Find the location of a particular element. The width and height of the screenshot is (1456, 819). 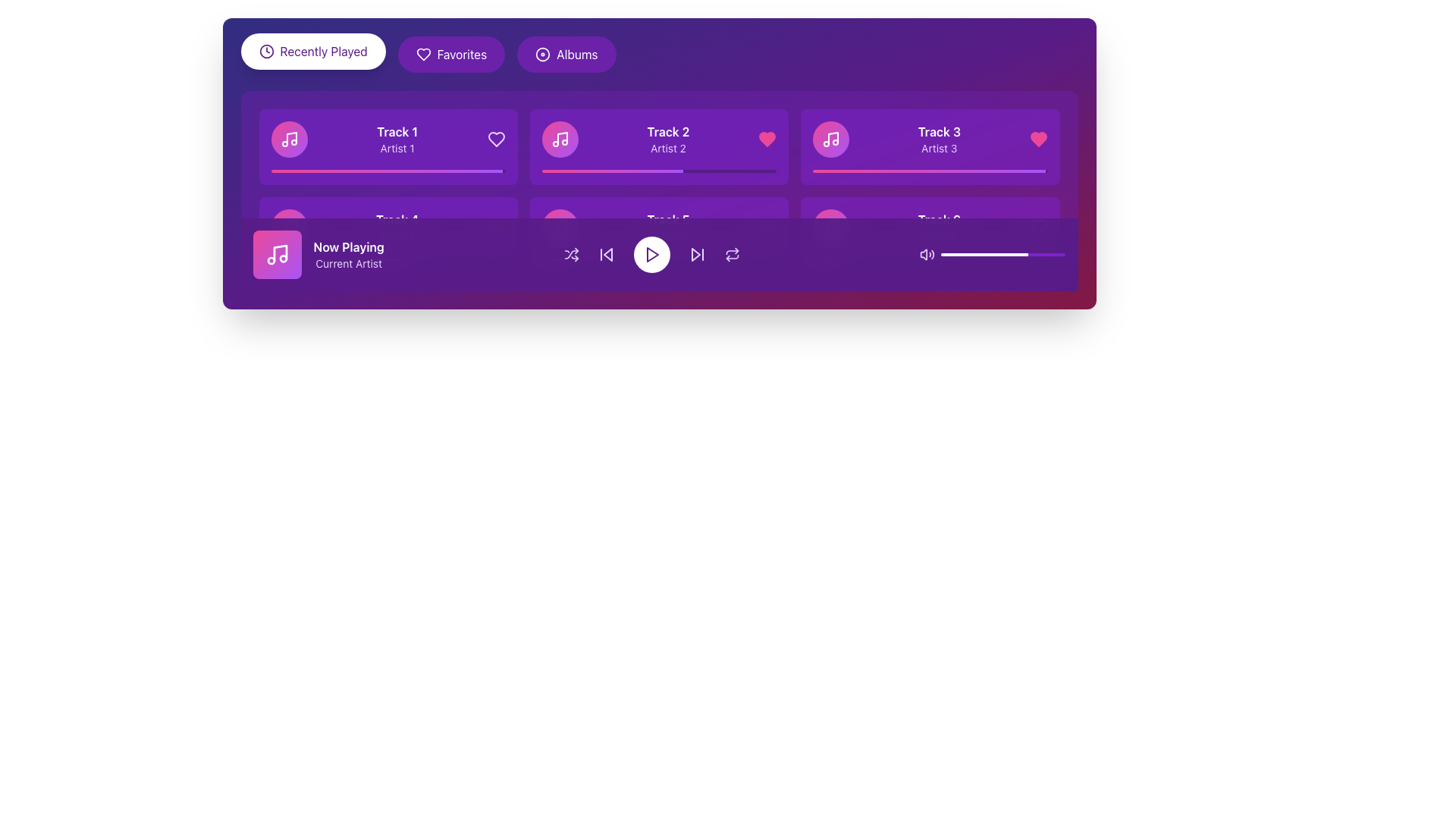

the descriptive text label providing information about the artist associated with 'Track 3', located in the lower section of the card is located at coordinates (938, 149).